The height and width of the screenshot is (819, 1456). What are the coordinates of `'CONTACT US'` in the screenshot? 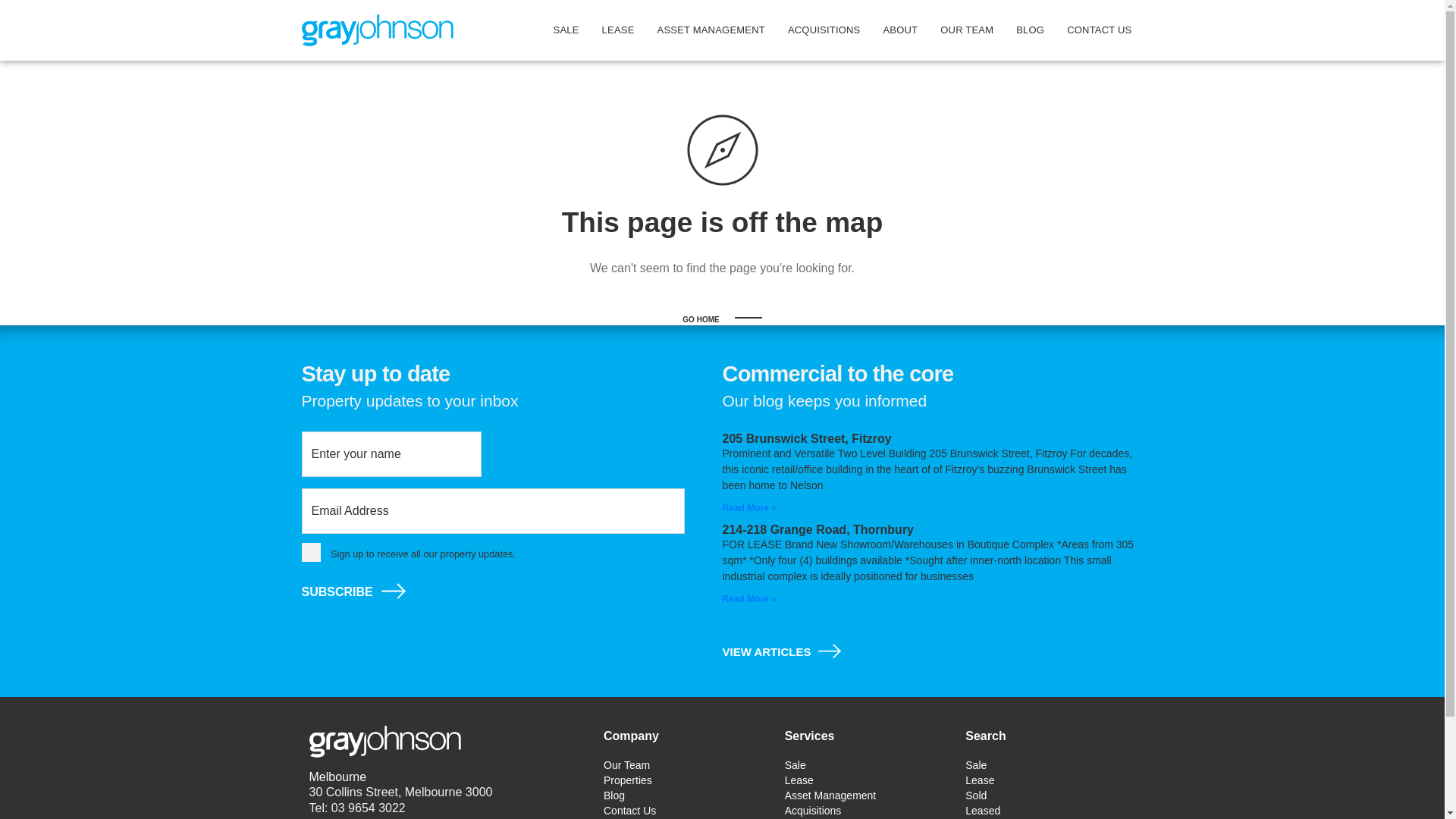 It's located at (1055, 30).